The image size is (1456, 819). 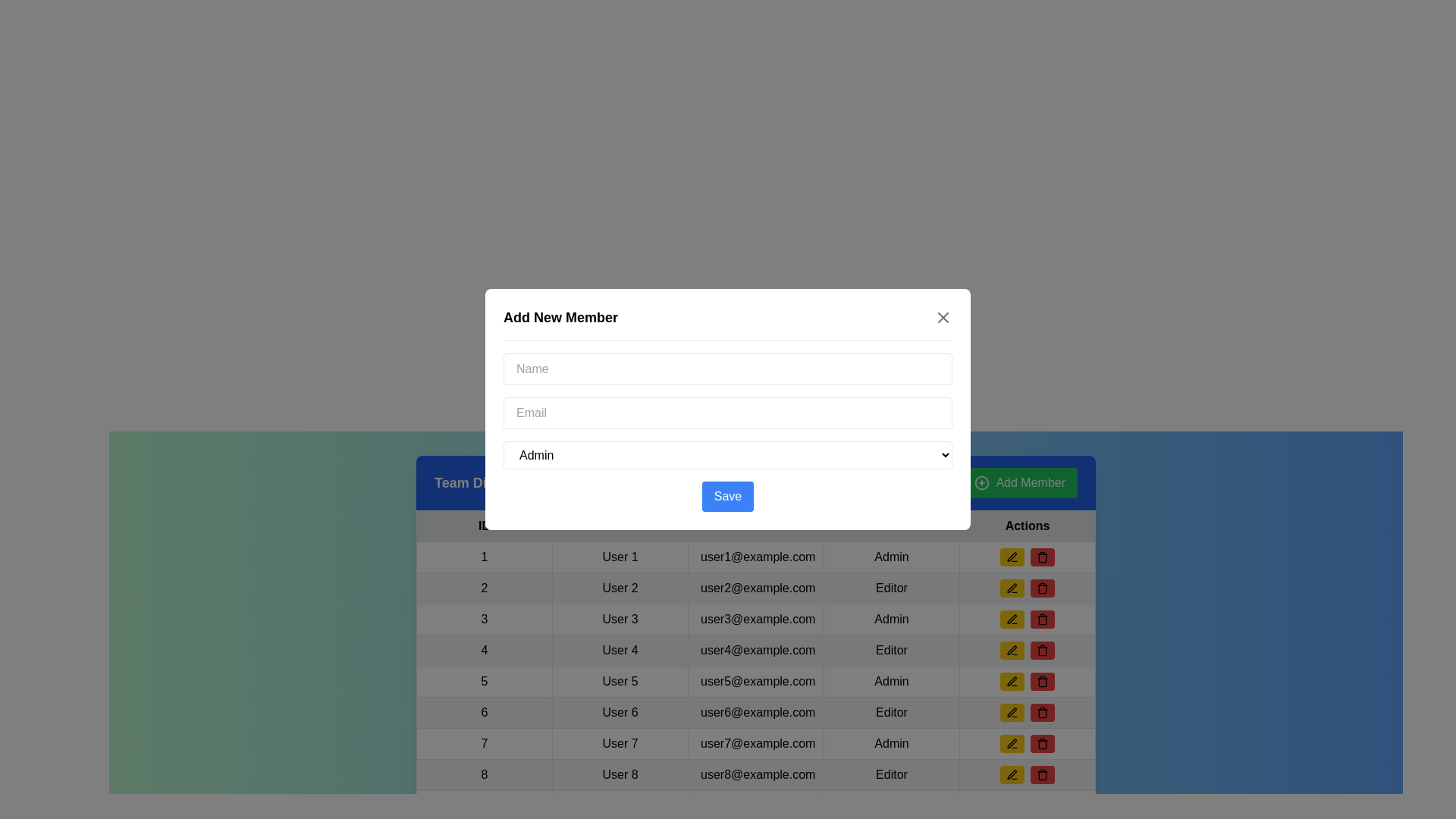 What do you see at coordinates (756, 557) in the screenshot?
I see `the non-interactive text label displaying the email address located in the third column of the first data row of the table` at bounding box center [756, 557].